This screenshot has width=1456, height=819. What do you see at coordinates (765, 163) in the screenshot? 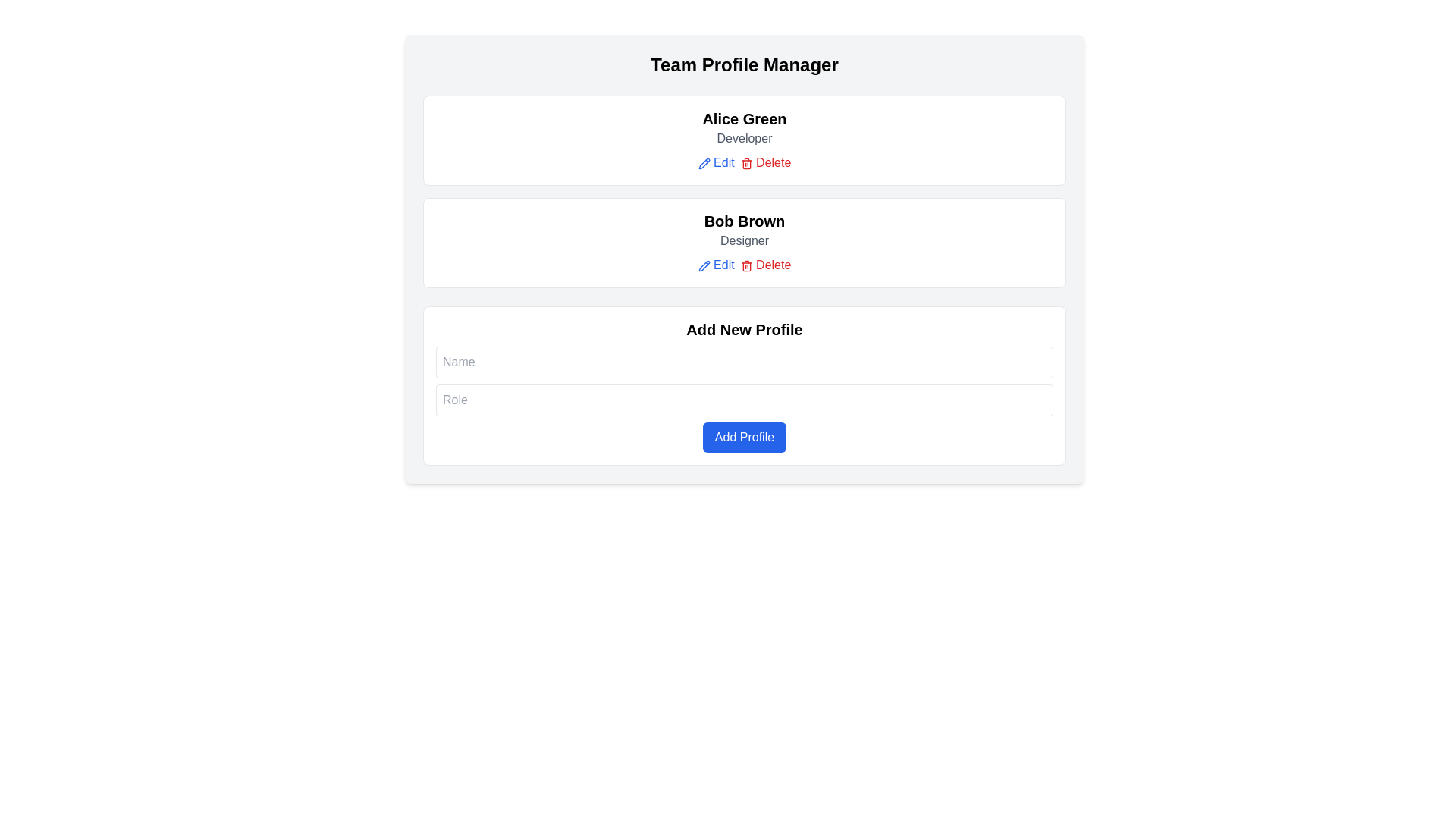
I see `the deletion button located to the right of the 'Edit' button in the 'Alice Green' profile section` at bounding box center [765, 163].